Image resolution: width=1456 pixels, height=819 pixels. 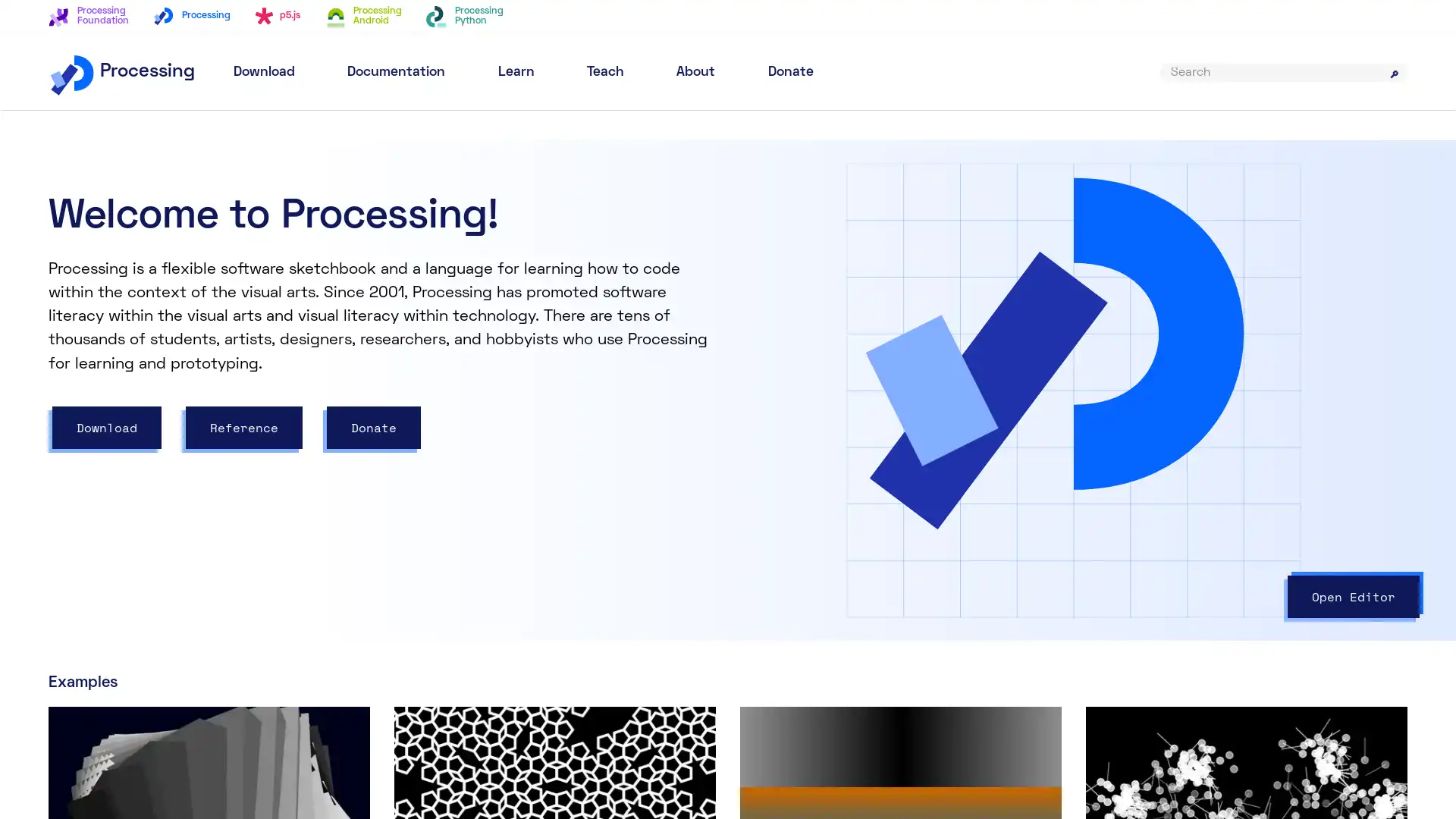 I want to click on change position, so click(x=905, y=467).